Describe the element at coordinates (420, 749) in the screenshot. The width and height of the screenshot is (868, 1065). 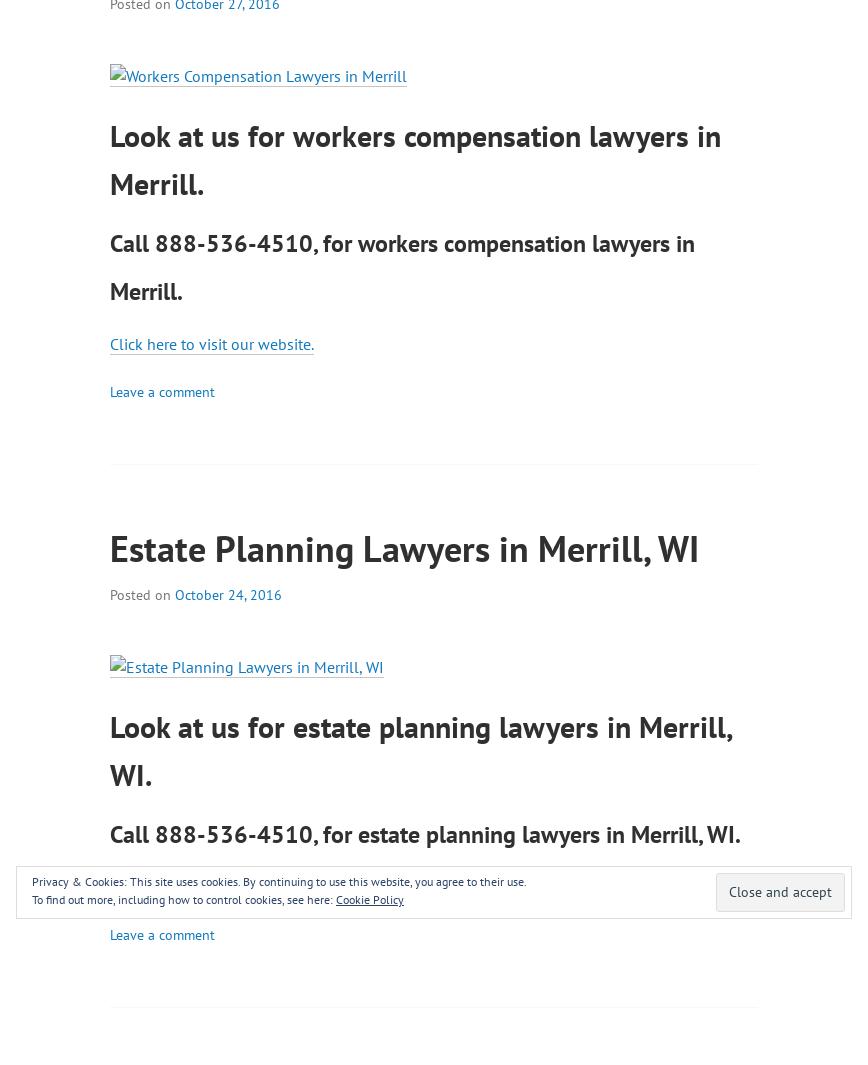
I see `'Look at us for estate planning lawyers in Merrill, WI.'` at that location.